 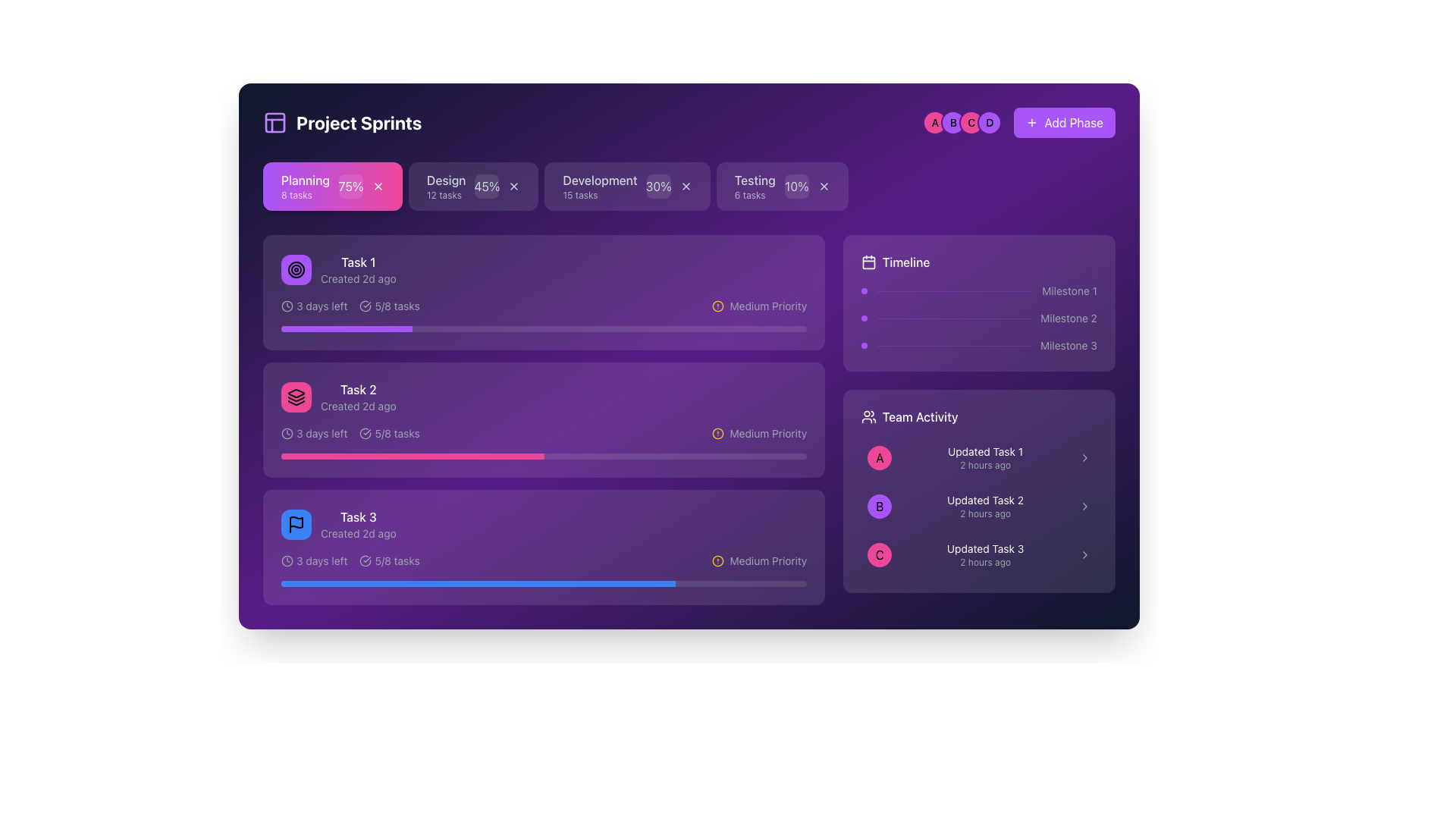 What do you see at coordinates (514, 186) in the screenshot?
I see `the Close Button, which is represented by an 'X' icon with rounded edges and a red hover effect, located at the far-right of the 'Design' section in the navigation header` at bounding box center [514, 186].